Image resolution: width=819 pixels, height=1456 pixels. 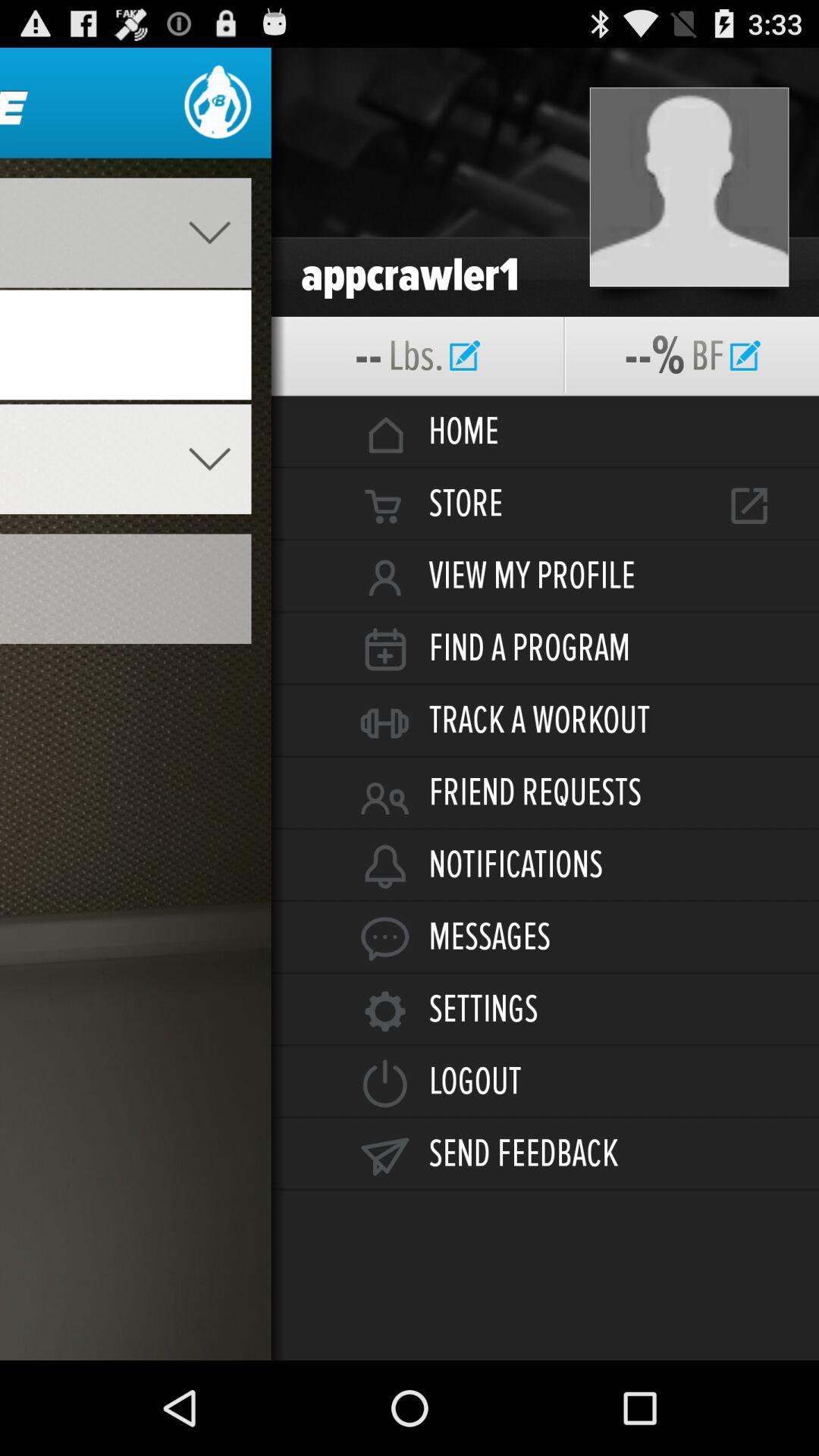 I want to click on the edit icon, so click(x=464, y=381).